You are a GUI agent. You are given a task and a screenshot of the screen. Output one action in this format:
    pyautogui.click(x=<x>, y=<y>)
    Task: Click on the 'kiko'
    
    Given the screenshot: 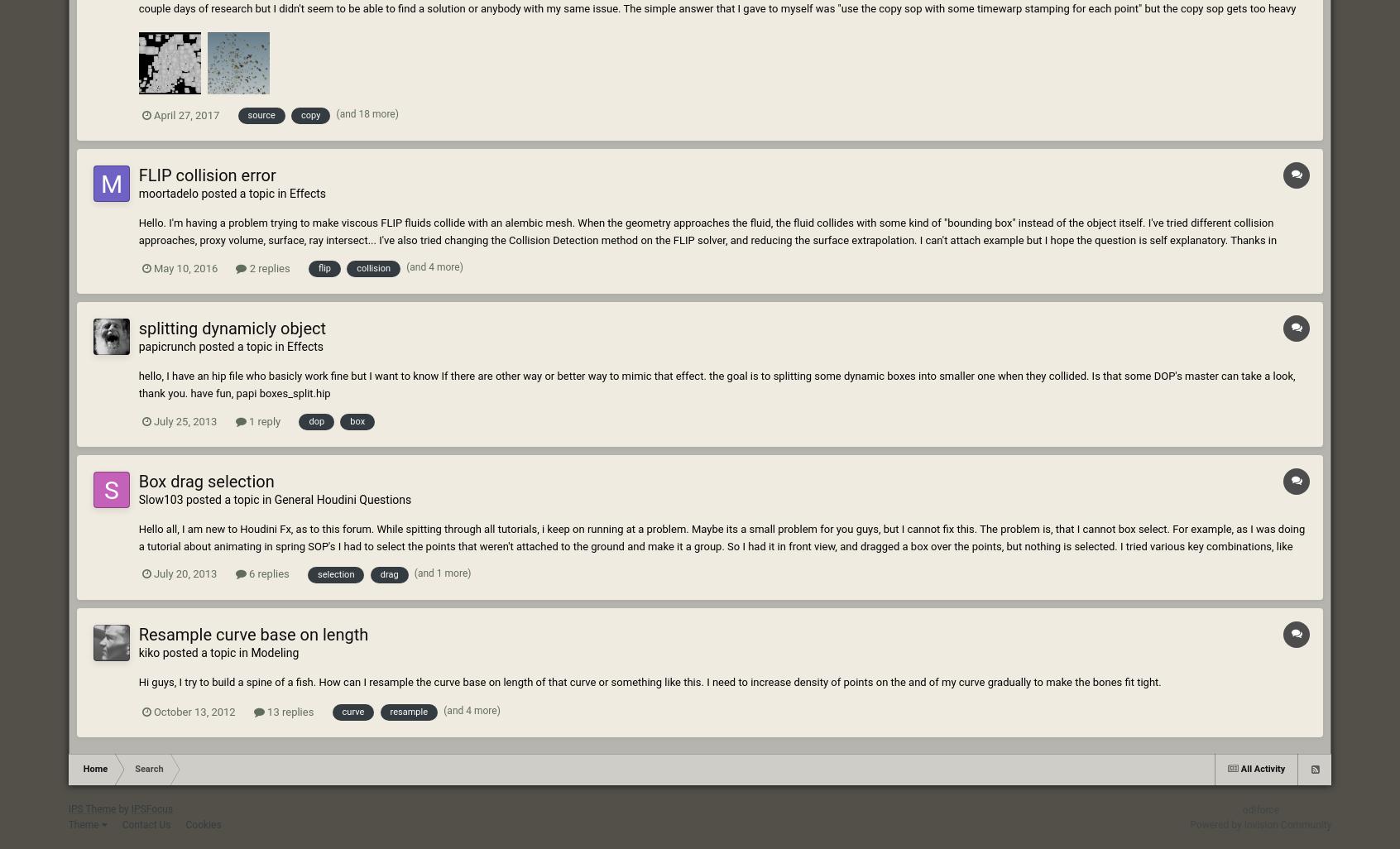 What is the action you would take?
    pyautogui.click(x=148, y=650)
    